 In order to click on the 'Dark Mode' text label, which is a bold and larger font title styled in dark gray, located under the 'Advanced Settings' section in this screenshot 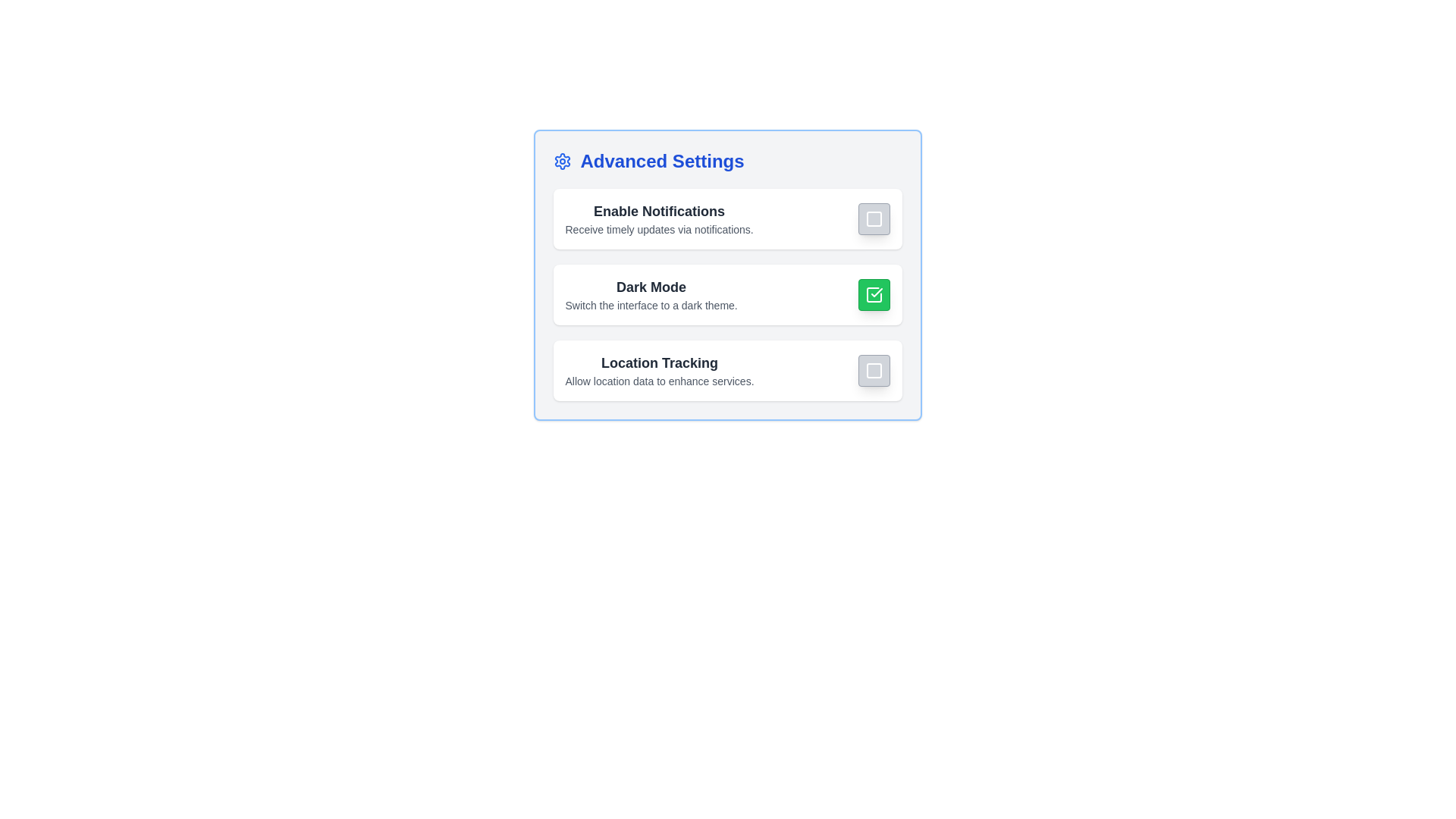, I will do `click(651, 287)`.